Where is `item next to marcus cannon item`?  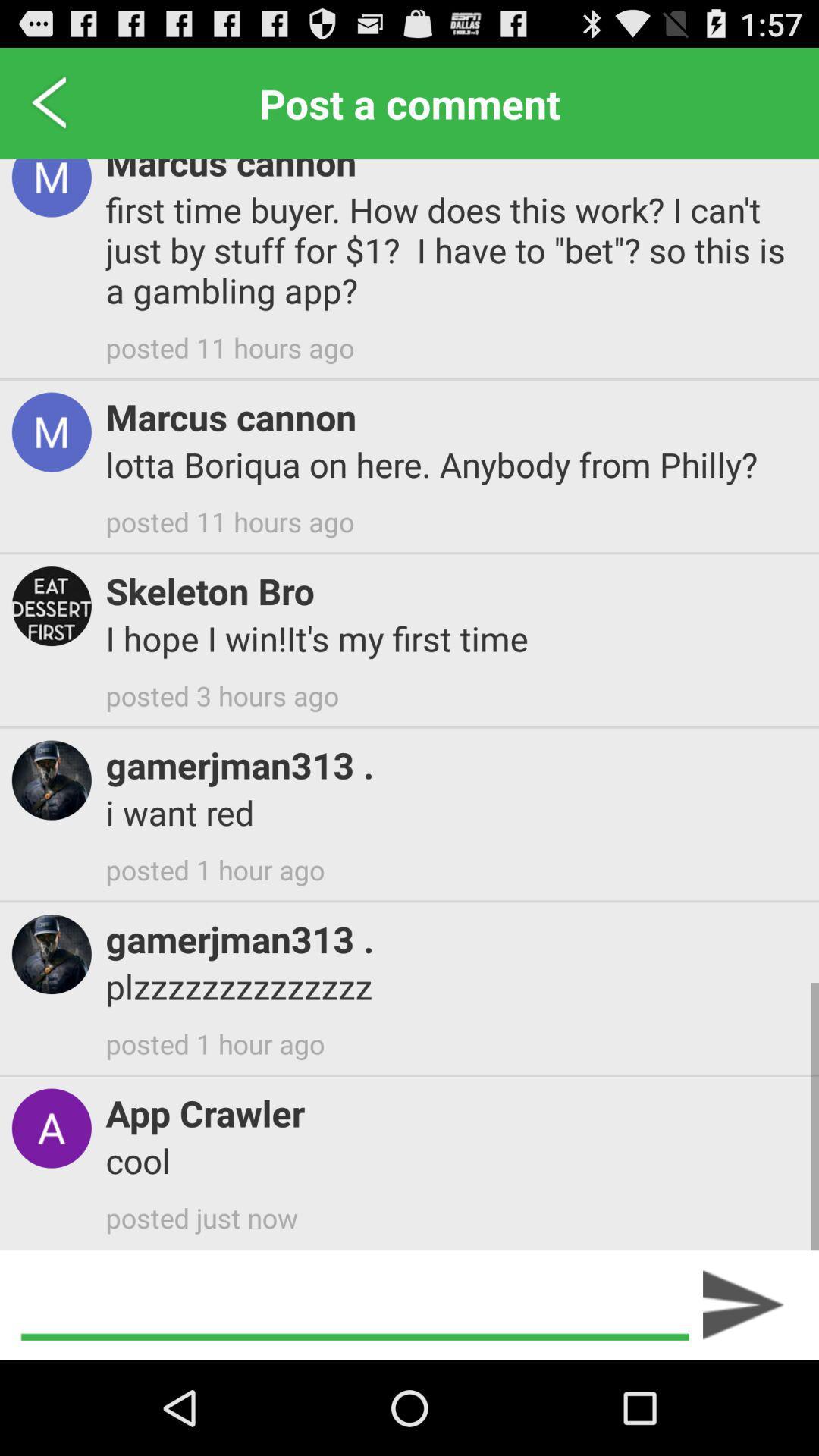 item next to marcus cannon item is located at coordinates (49, 102).